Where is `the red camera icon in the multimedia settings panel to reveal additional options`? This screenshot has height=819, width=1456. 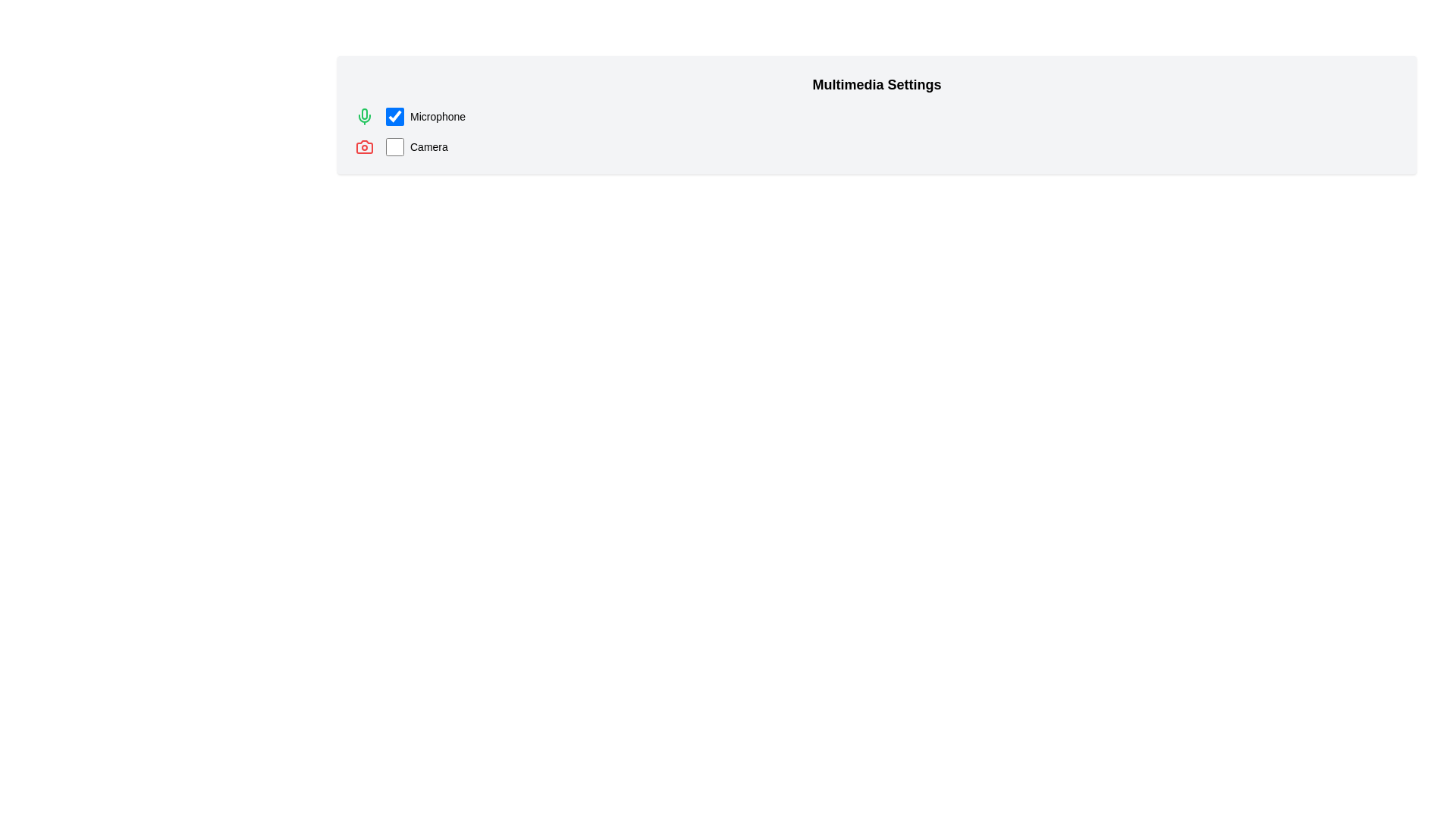
the red camera icon in the multimedia settings panel to reveal additional options is located at coordinates (364, 146).